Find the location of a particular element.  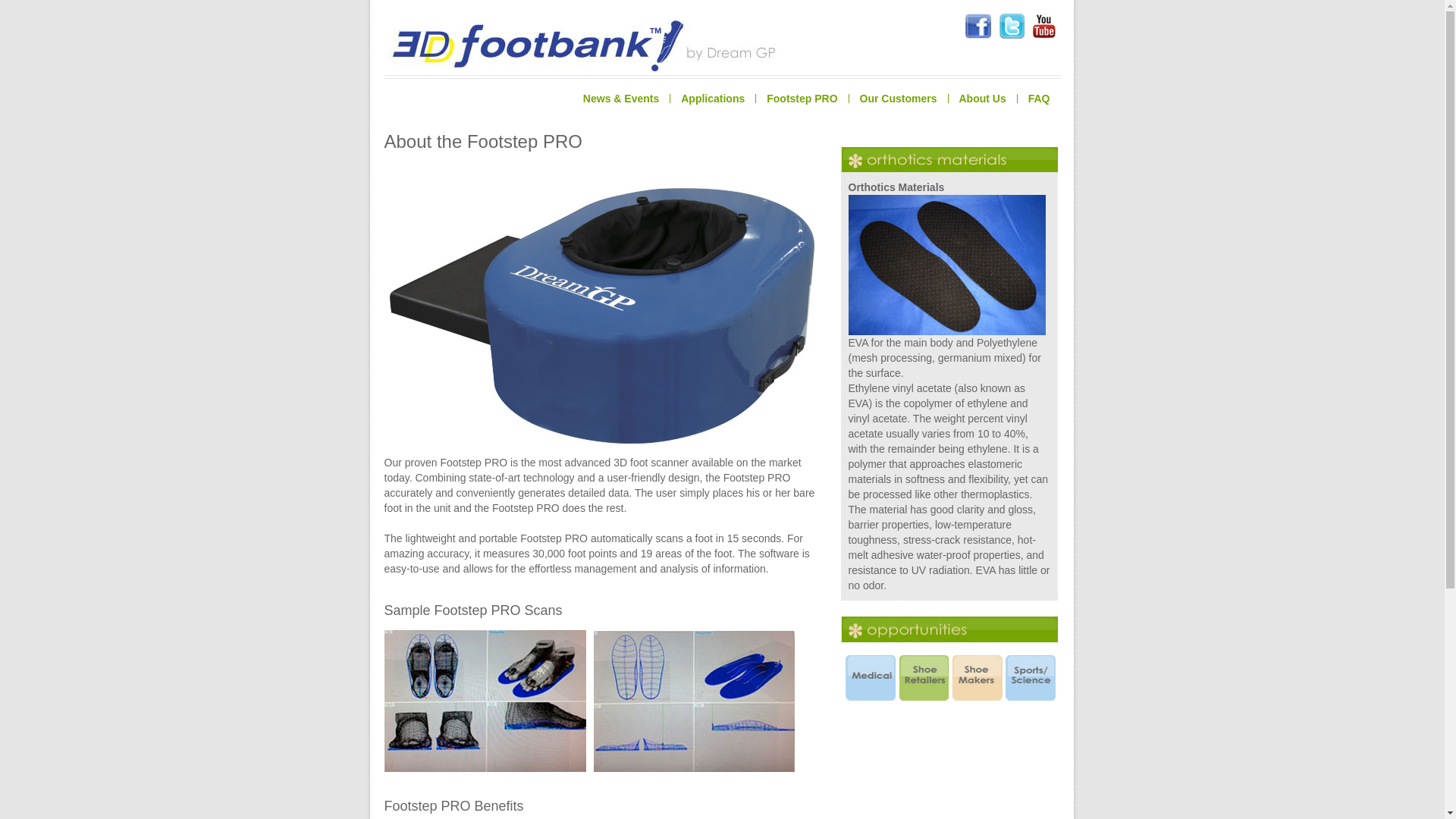

'About Us' is located at coordinates (982, 99).